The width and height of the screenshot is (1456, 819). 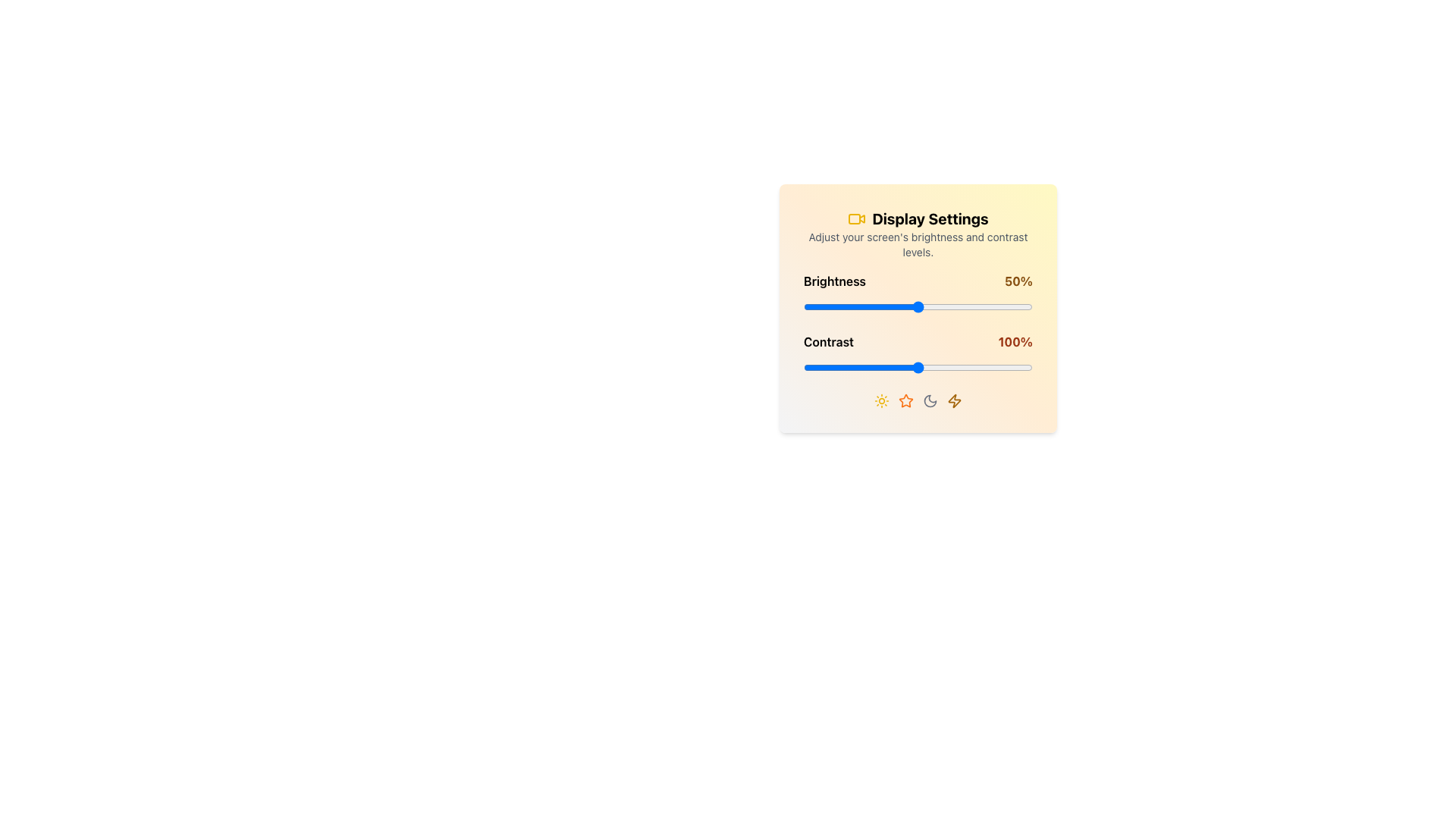 What do you see at coordinates (1015, 342) in the screenshot?
I see `the percentage indicator displaying '100%' in bold orange text located in the 'Contrast' control section, positioned to the right of the slider control and the sibling text 'Contrast'` at bounding box center [1015, 342].